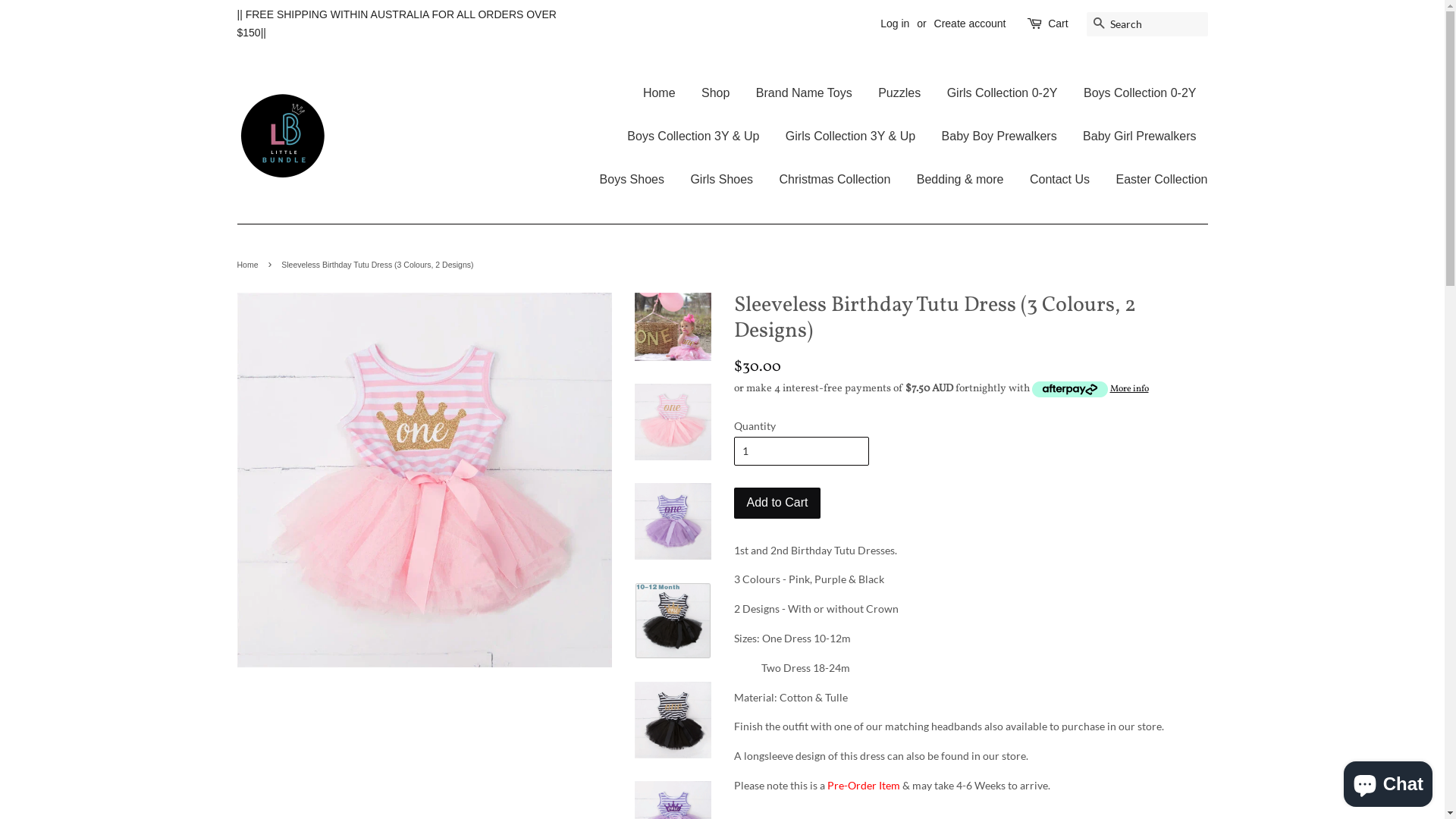 The width and height of the screenshot is (1456, 819). What do you see at coordinates (934, 23) in the screenshot?
I see `'Create account'` at bounding box center [934, 23].